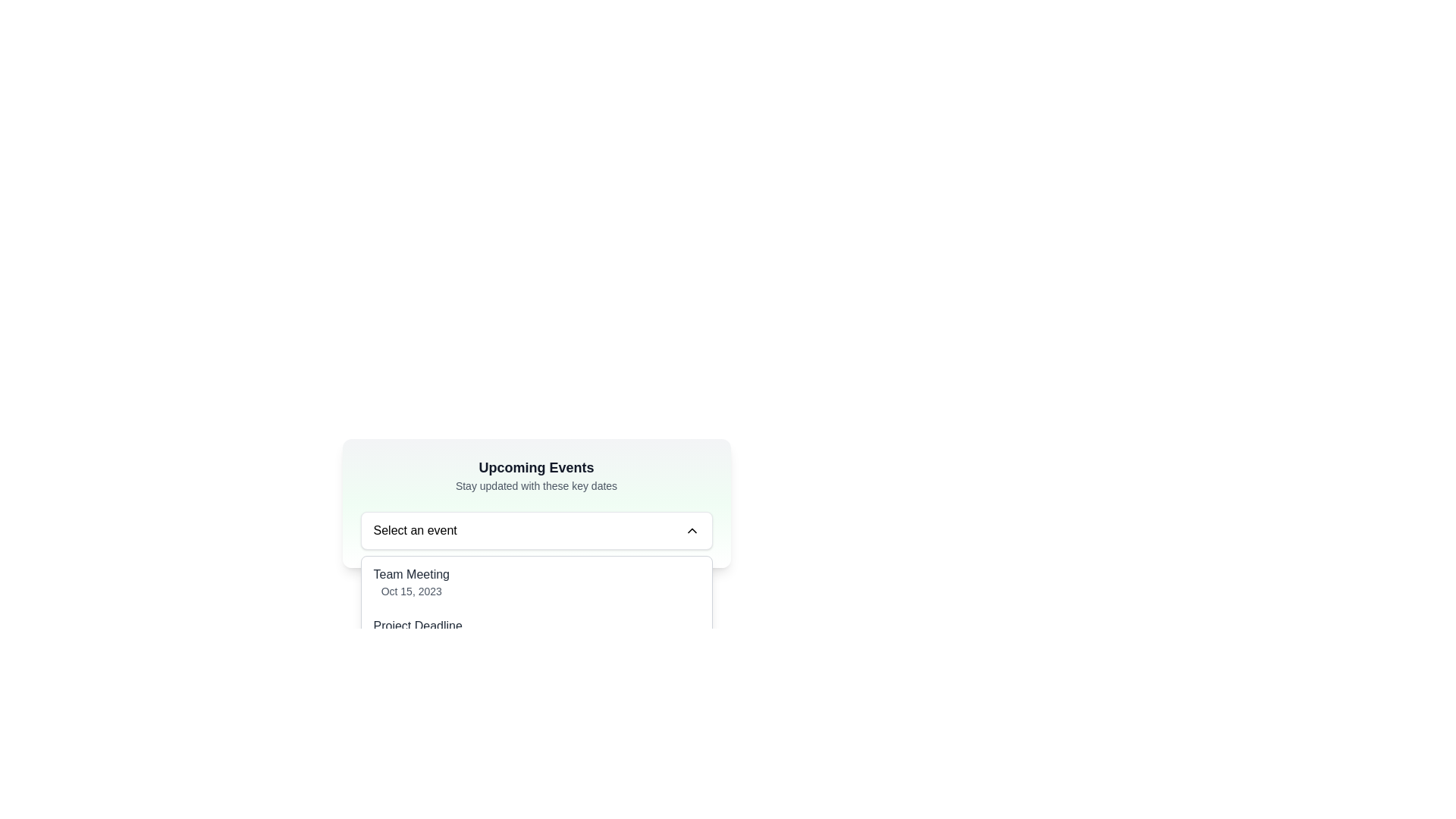  What do you see at coordinates (411, 575) in the screenshot?
I see `the text label representing the title 'Team Meeting' located within the dropdown under 'Upcoming Events'` at bounding box center [411, 575].